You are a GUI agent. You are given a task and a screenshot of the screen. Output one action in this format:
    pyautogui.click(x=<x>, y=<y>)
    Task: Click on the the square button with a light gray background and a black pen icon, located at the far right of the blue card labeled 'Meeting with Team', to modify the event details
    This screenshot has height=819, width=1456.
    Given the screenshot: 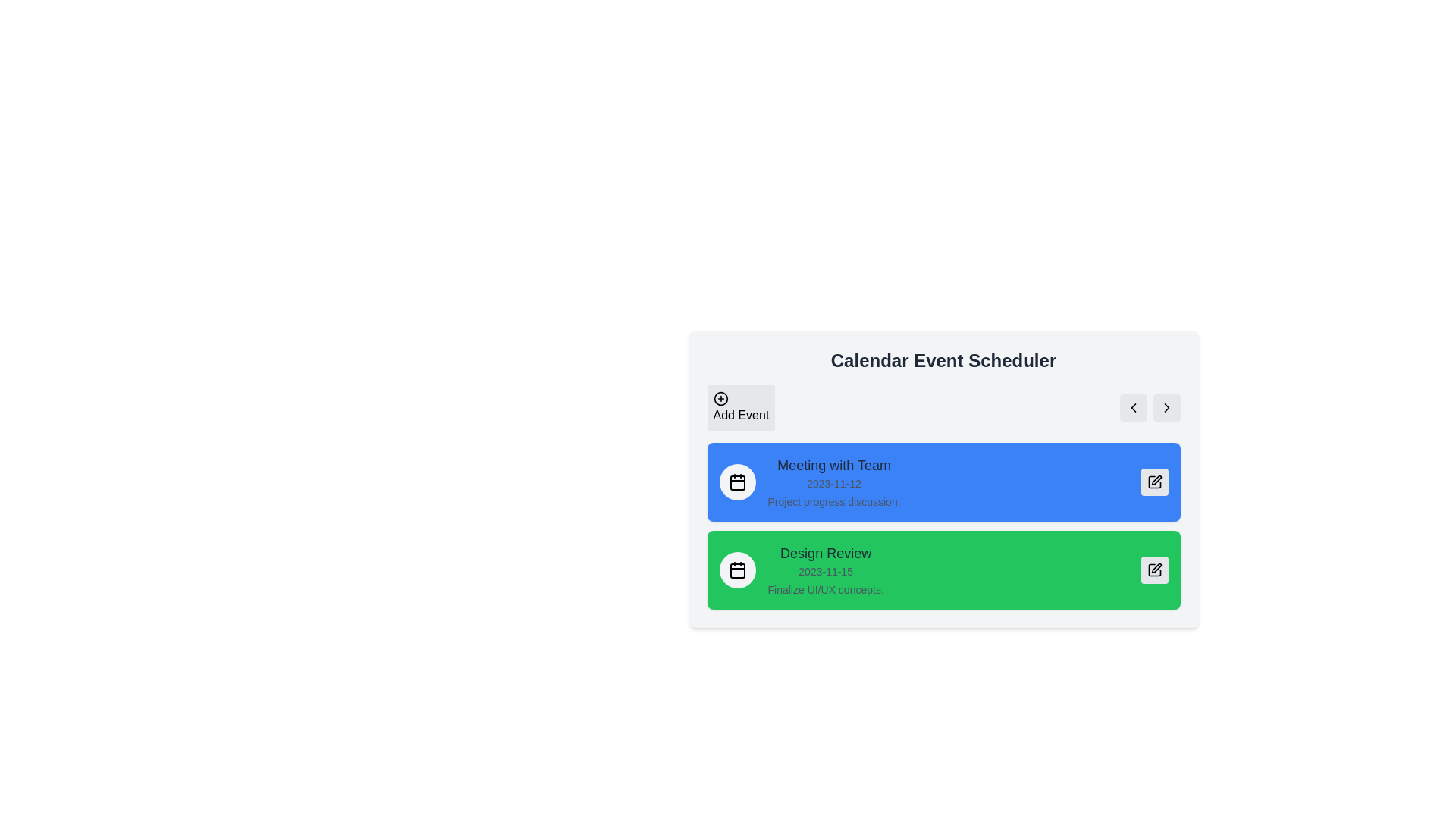 What is the action you would take?
    pyautogui.click(x=1153, y=482)
    